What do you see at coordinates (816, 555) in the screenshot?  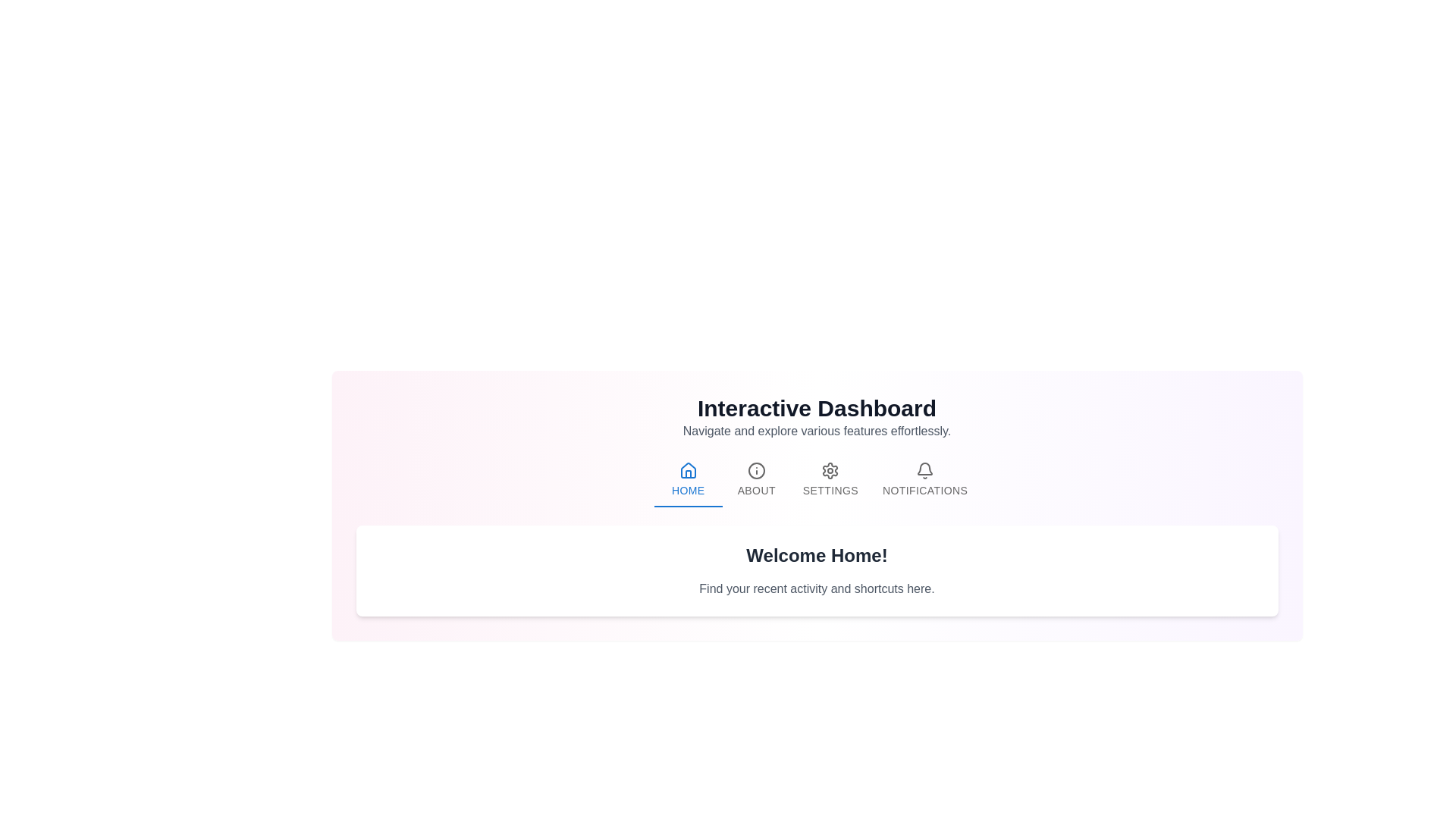 I see `the greeting header text element that welcomes the user to the interface, which is centrally located above the smaller text describing recent activity` at bounding box center [816, 555].